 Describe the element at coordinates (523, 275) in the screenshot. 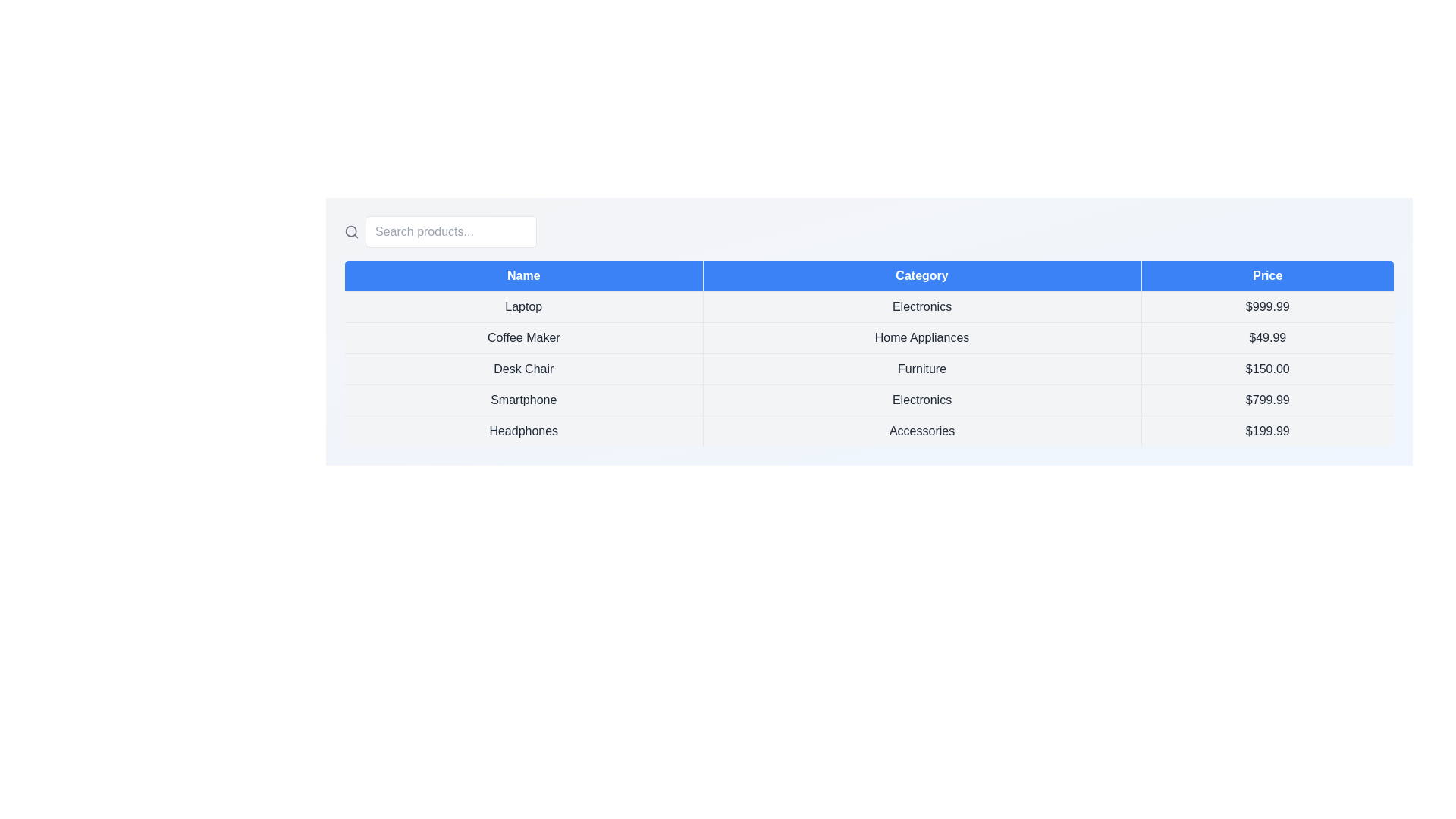

I see `the 'Name' table header, which is the first column header in a table with a blue background and white text` at that location.